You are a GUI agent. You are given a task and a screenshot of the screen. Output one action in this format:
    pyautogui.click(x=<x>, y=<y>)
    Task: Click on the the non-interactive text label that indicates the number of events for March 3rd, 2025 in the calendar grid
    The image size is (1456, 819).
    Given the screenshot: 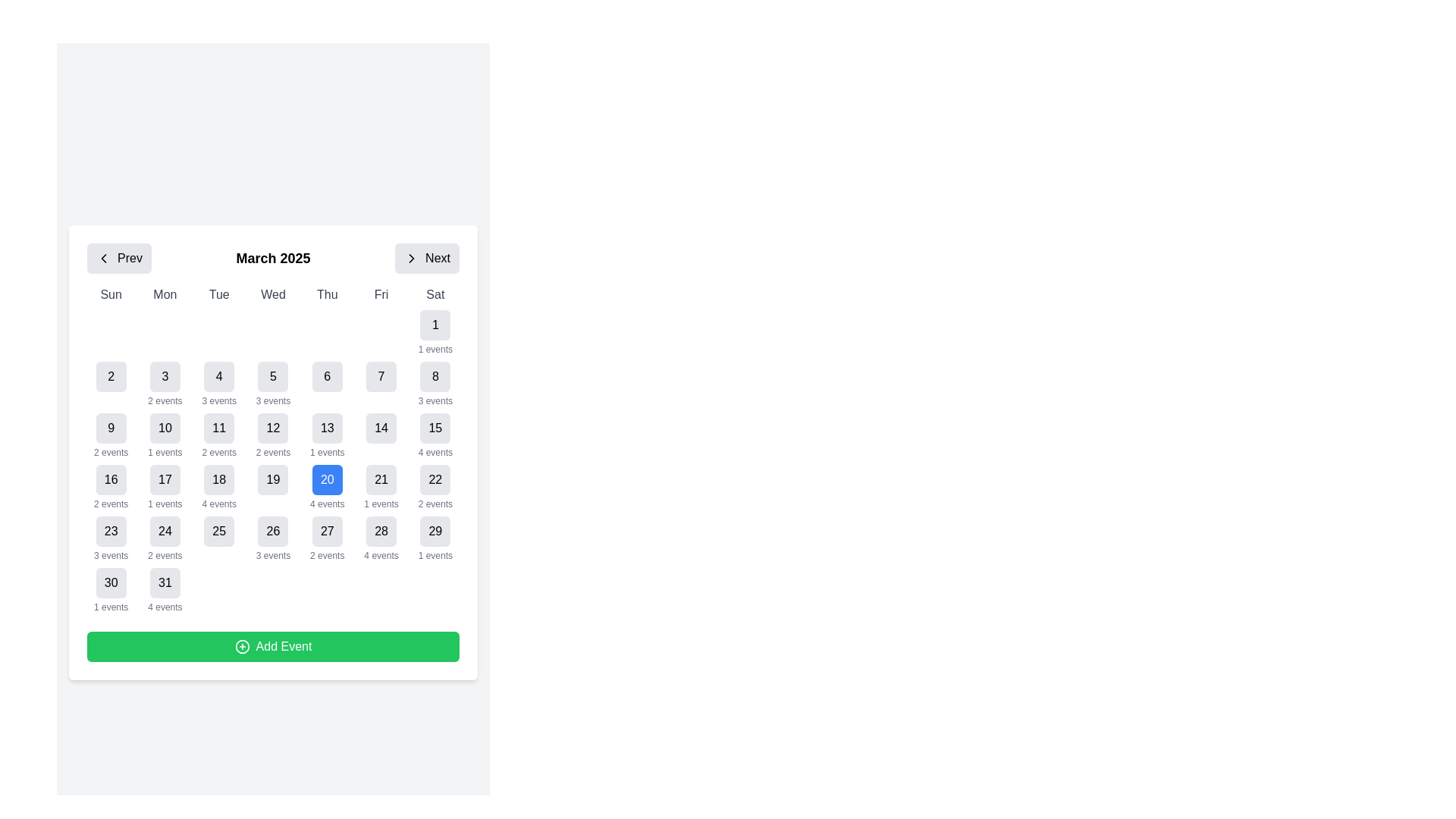 What is the action you would take?
    pyautogui.click(x=165, y=400)
    